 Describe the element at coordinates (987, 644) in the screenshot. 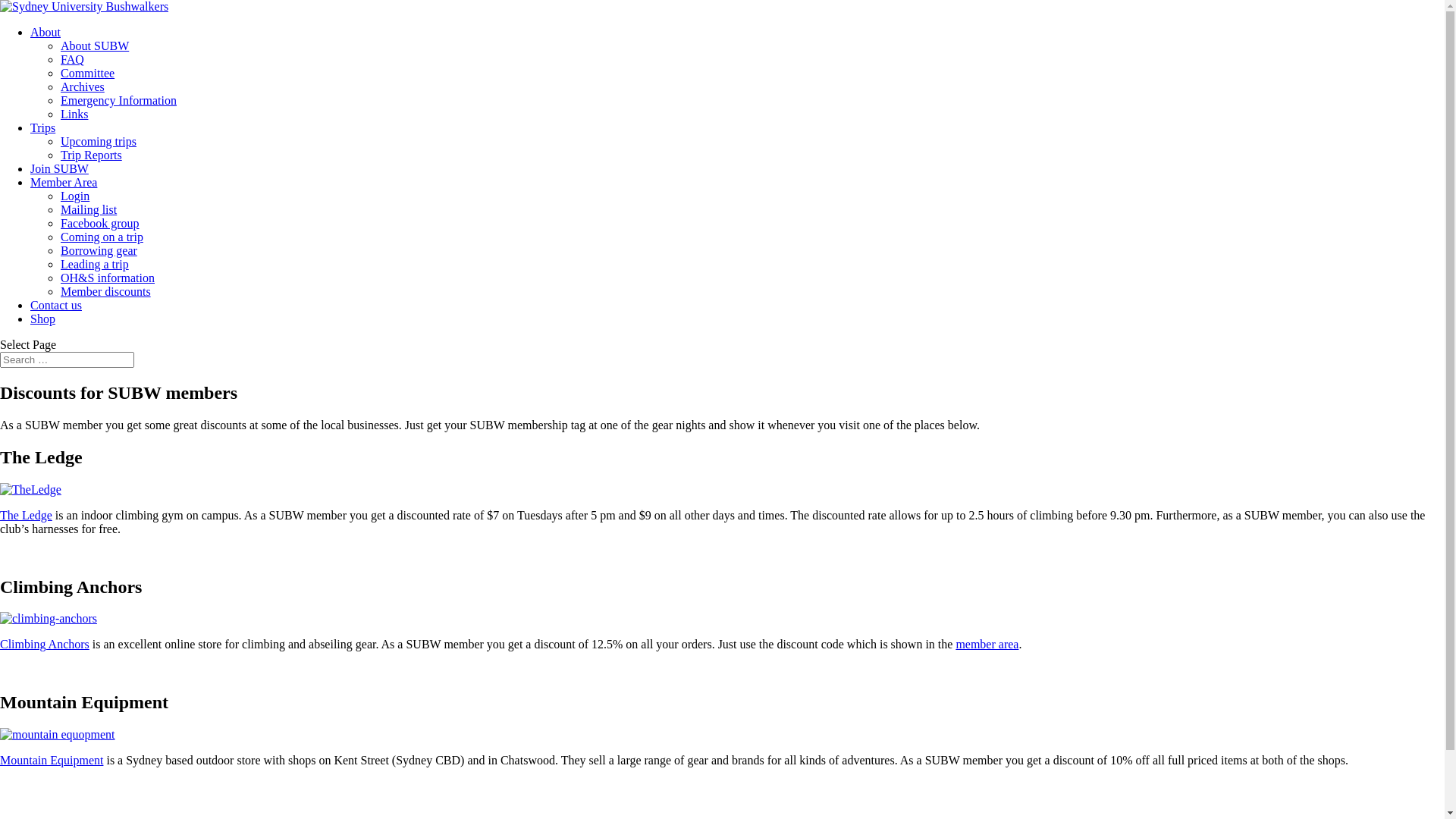

I see `'member area'` at that location.